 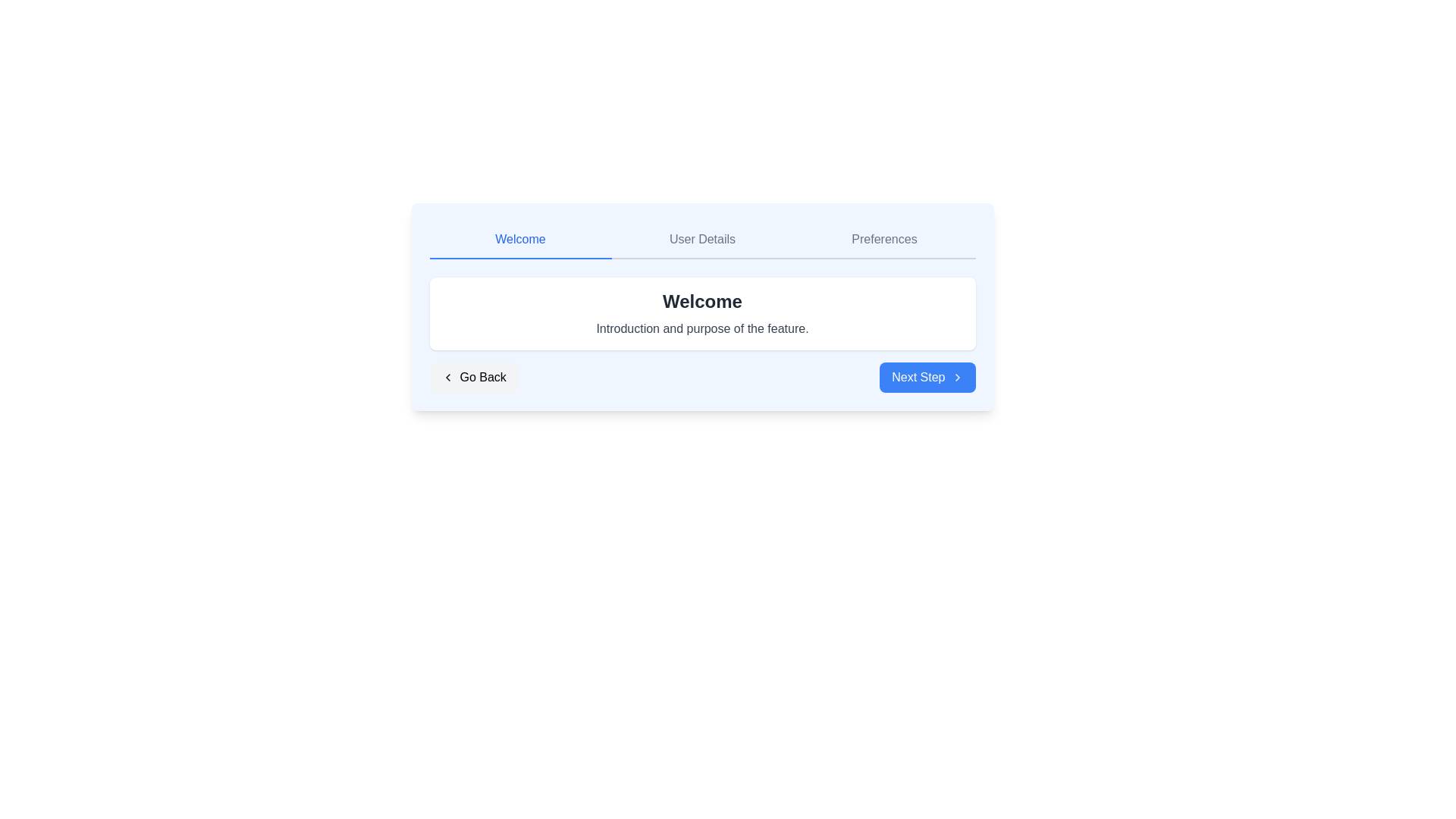 I want to click on the left-facing chevron icon within the 'Go Back' button, which signifies navigation to a previous step or page, so click(x=447, y=376).